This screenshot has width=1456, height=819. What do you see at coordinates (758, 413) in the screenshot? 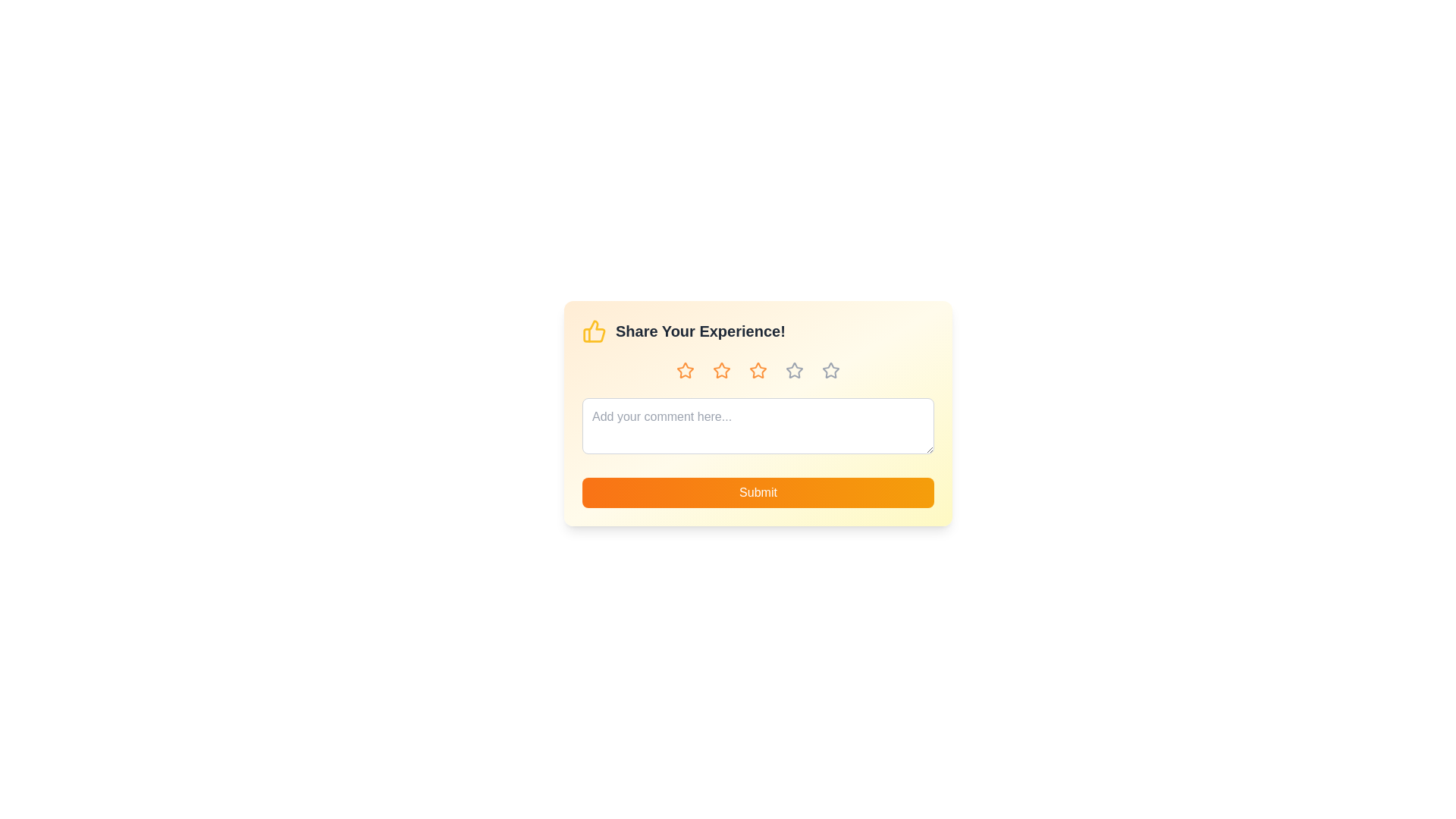
I see `the gradient background by applying a temporary visual effect` at bounding box center [758, 413].